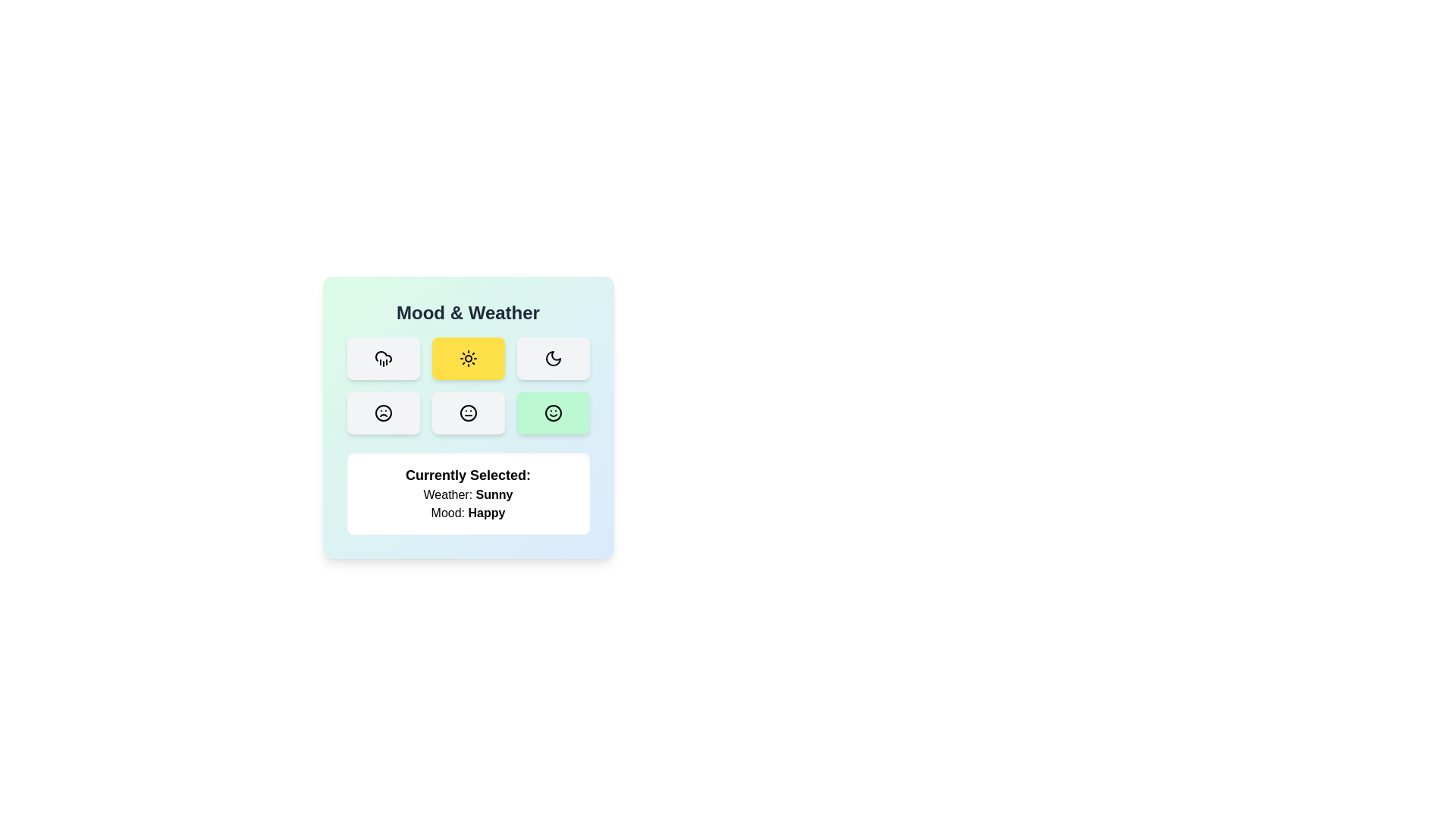 The width and height of the screenshot is (1456, 819). What do you see at coordinates (467, 359) in the screenshot?
I see `the 'sunny' weather condition icon using keyboard navigation to focus on it, located in the second column of the first row in the weather icon grid` at bounding box center [467, 359].